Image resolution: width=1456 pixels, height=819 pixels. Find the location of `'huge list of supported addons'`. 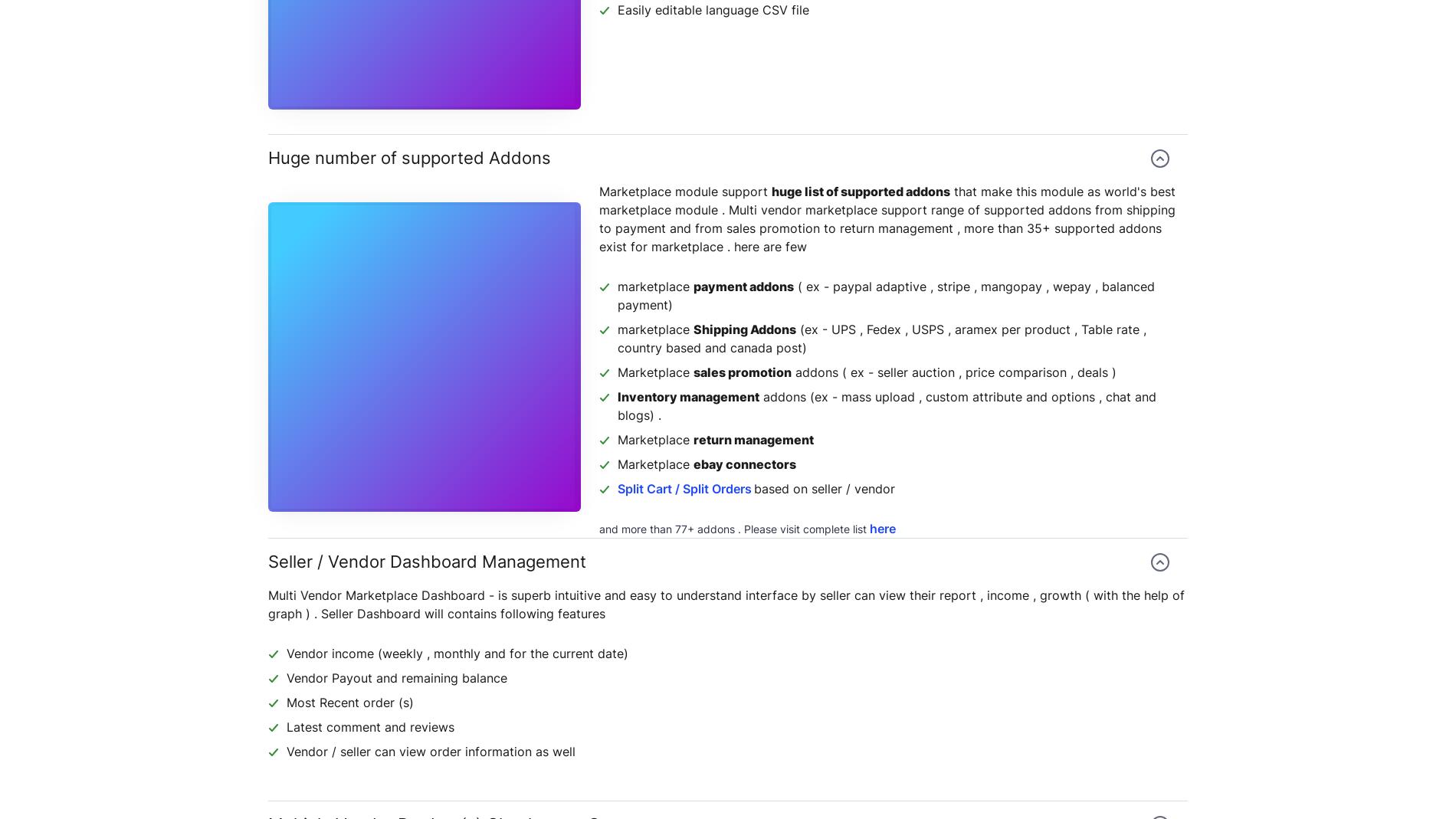

'huge list of supported addons' is located at coordinates (772, 191).